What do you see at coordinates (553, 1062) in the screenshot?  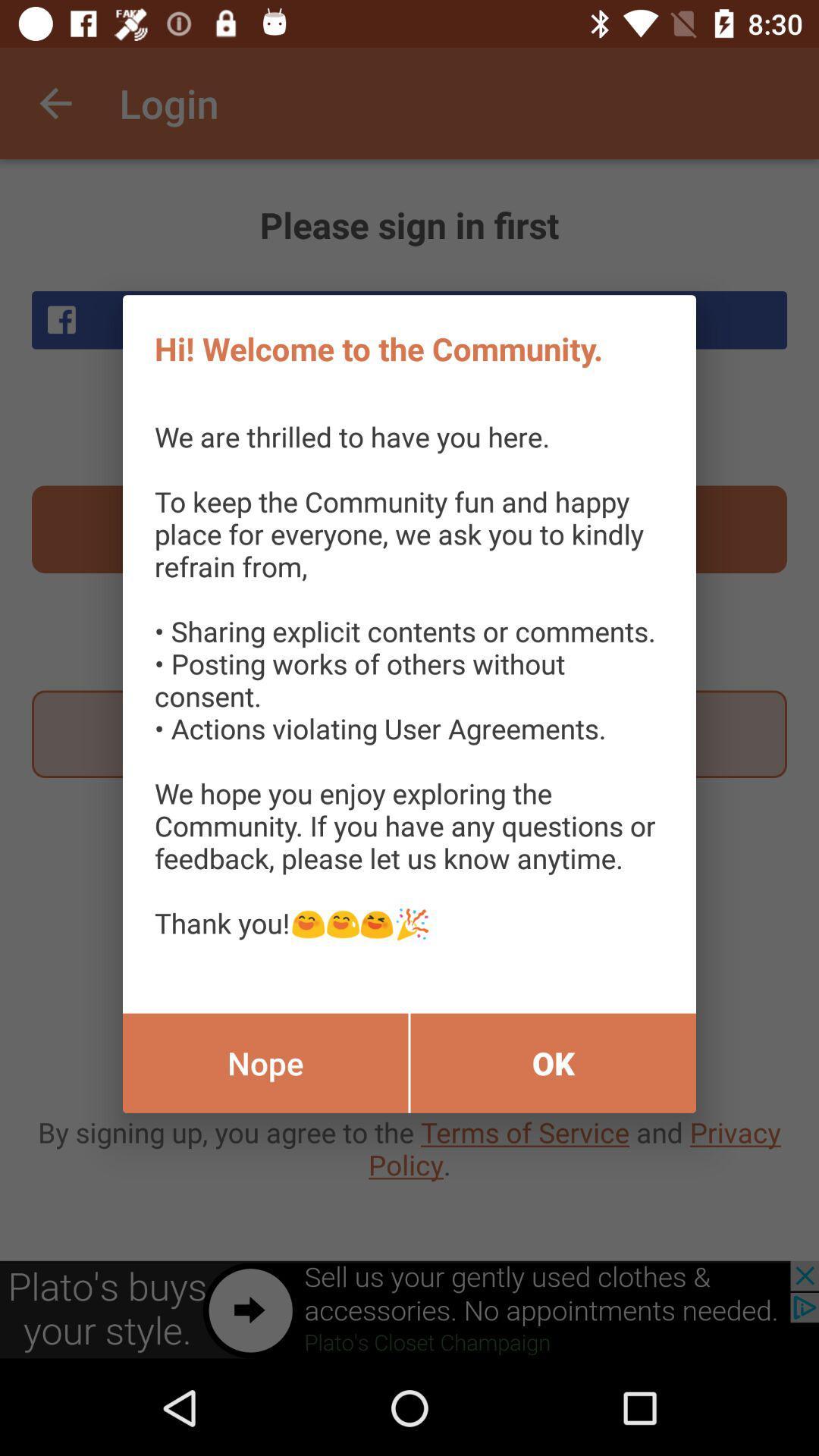 I see `the icon at the bottom right corner` at bounding box center [553, 1062].